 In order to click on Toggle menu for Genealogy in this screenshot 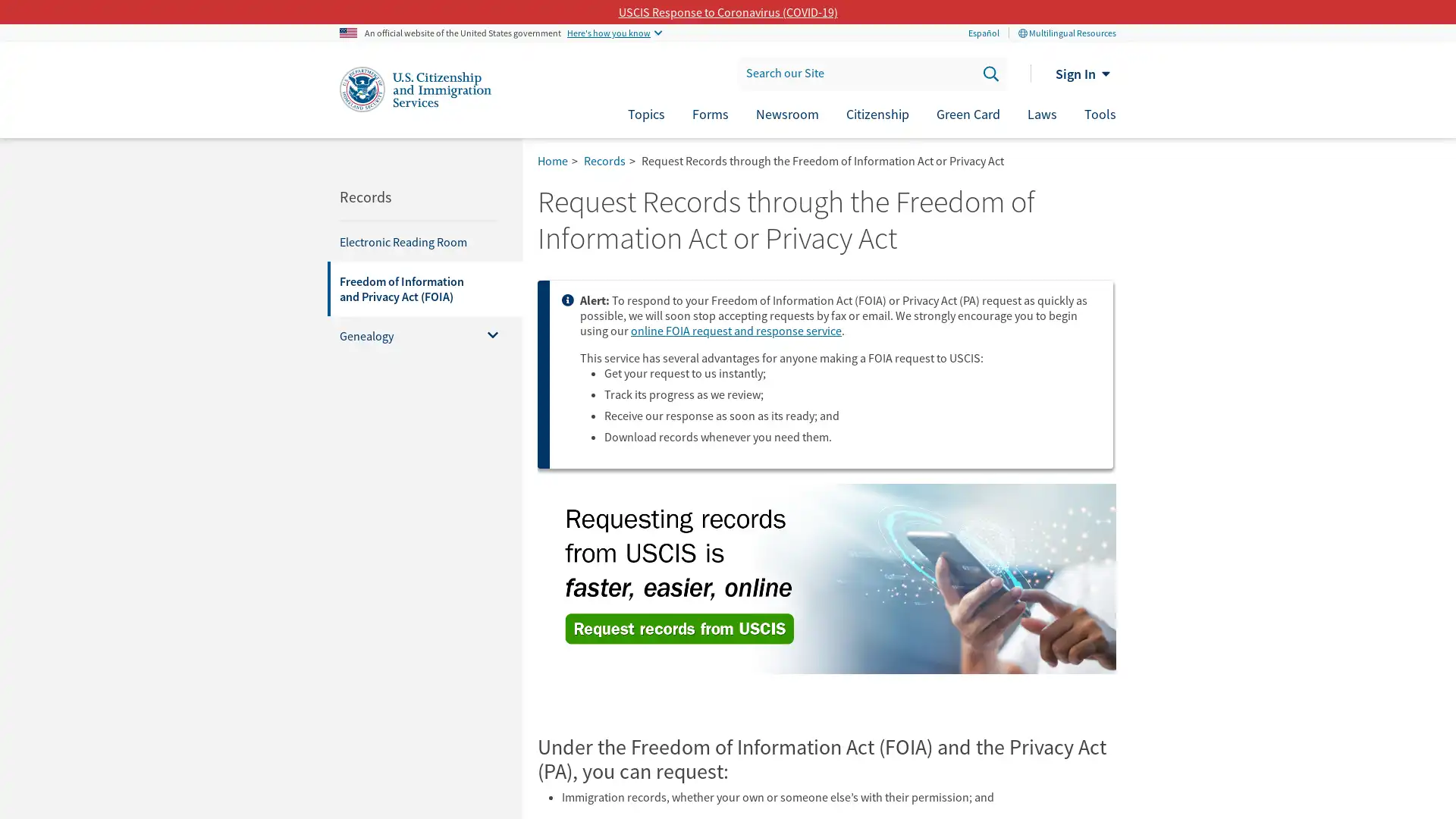, I will do `click(487, 335)`.